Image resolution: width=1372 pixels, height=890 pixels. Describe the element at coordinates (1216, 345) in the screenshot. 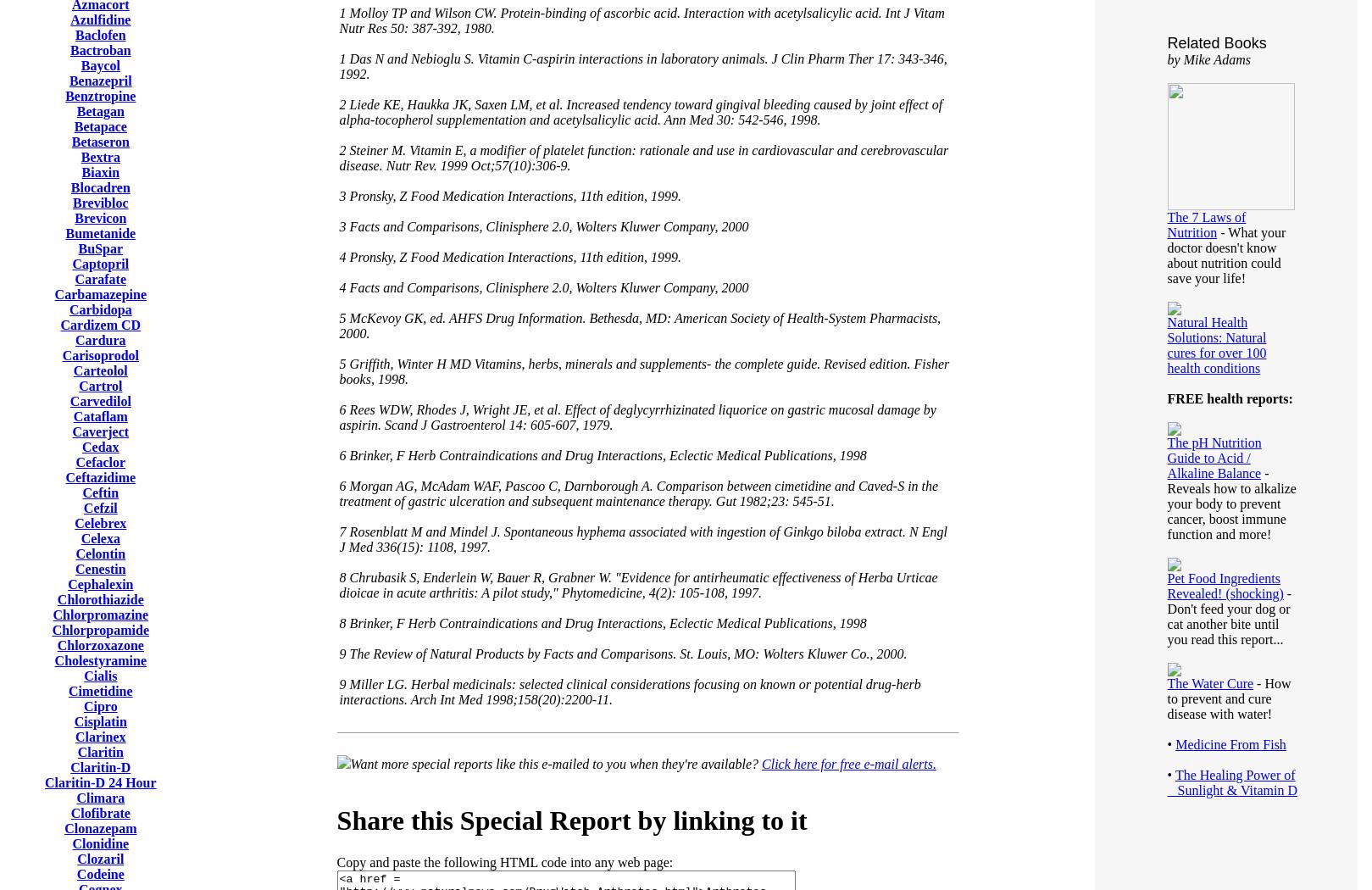

I see `'Natural Health Solutions: Natural cures for over 100 health conditions'` at that location.